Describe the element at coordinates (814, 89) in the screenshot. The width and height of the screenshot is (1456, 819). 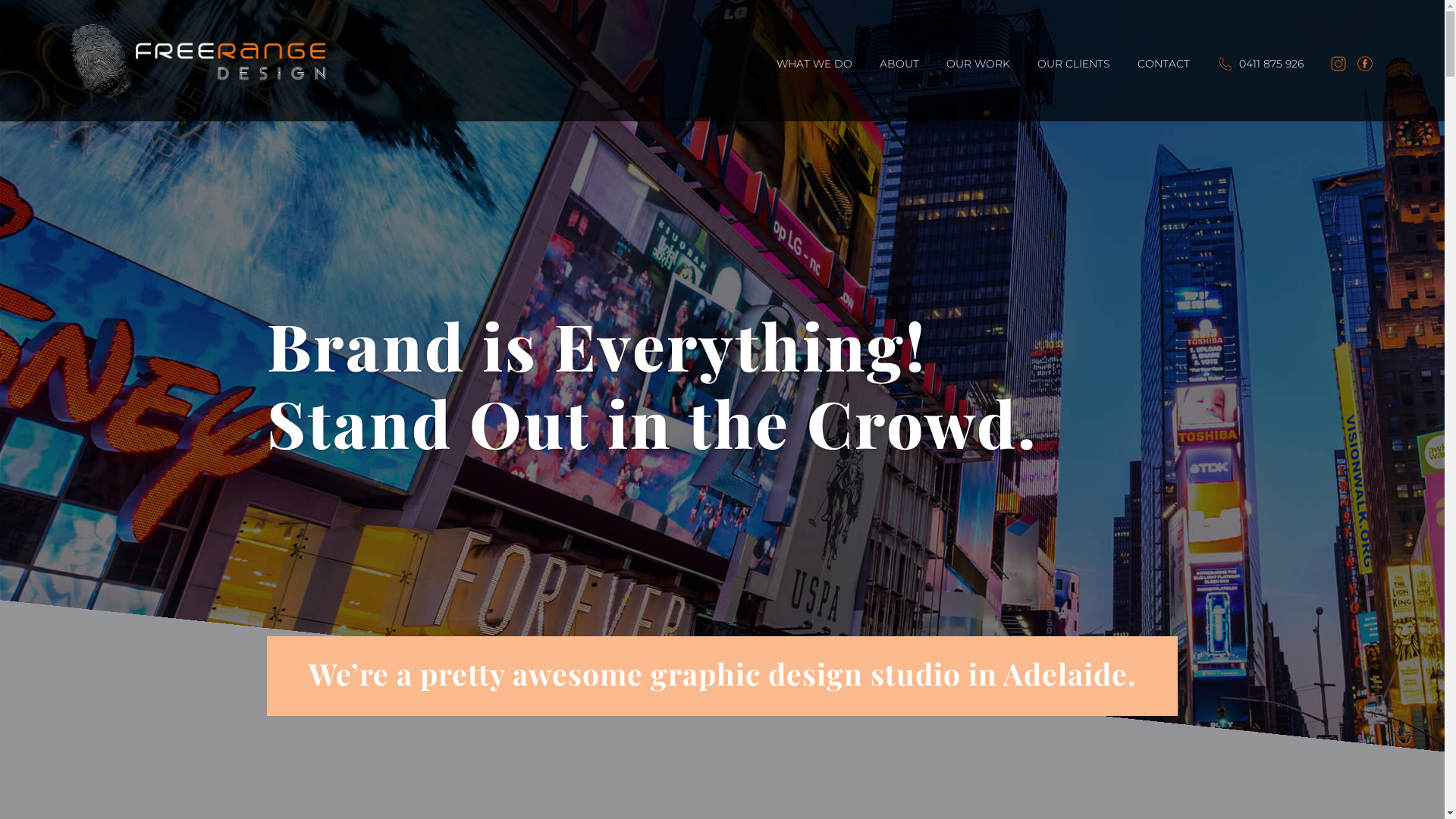
I see `'WHAT WE DO'` at that location.